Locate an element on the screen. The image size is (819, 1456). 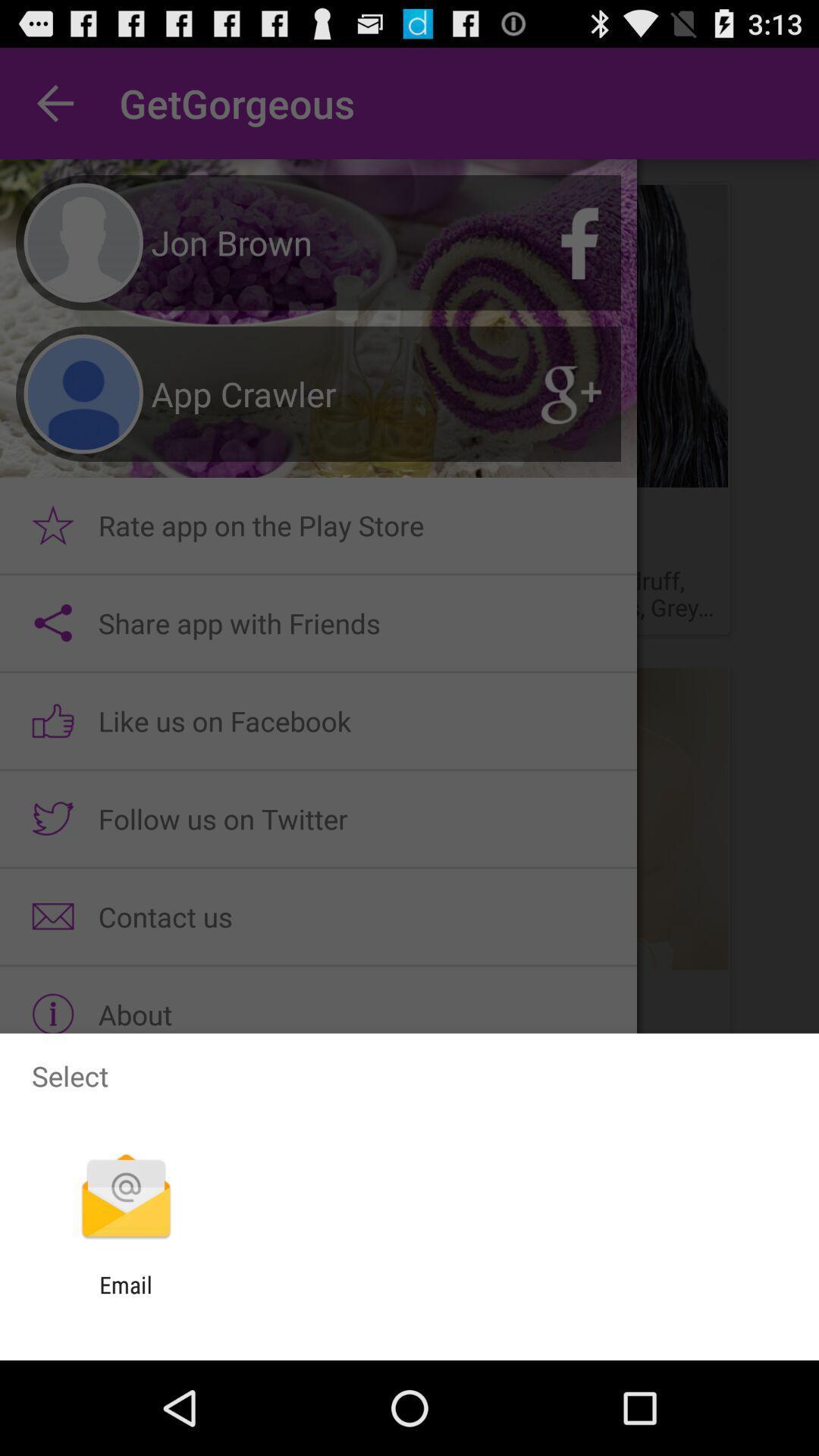
icon above email app is located at coordinates (125, 1197).